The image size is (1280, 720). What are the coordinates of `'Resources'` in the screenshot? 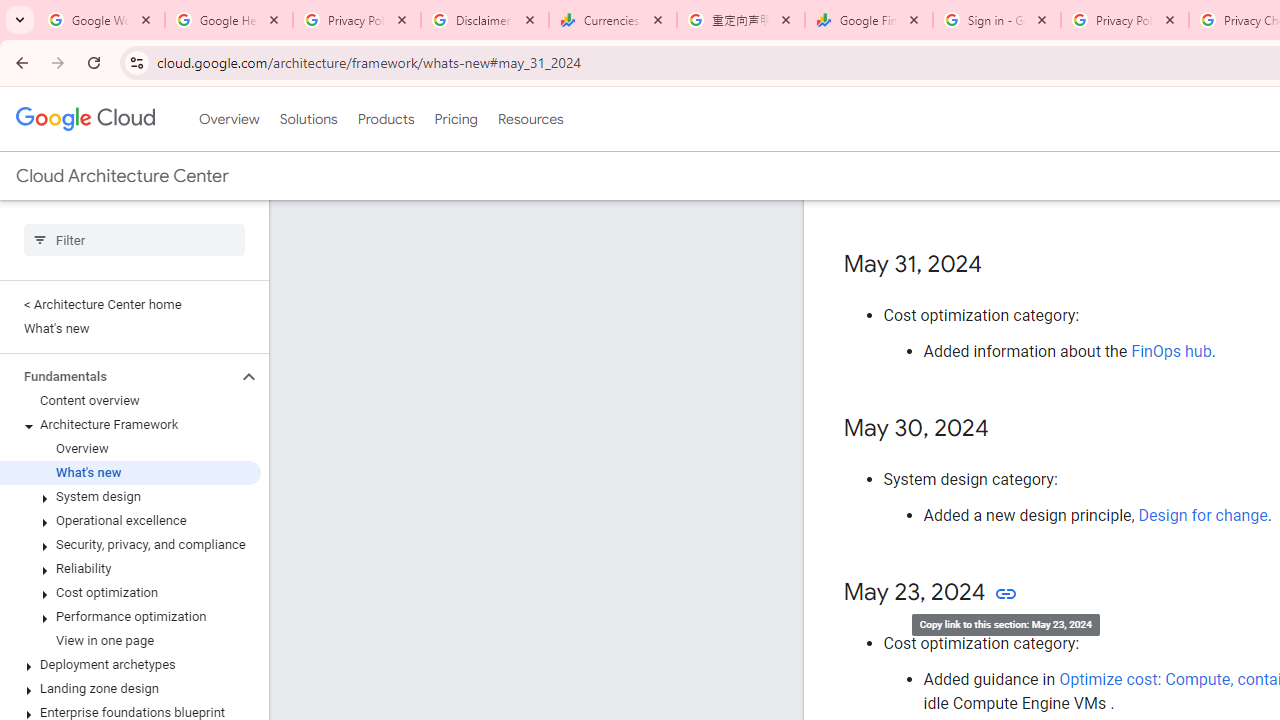 It's located at (530, 119).